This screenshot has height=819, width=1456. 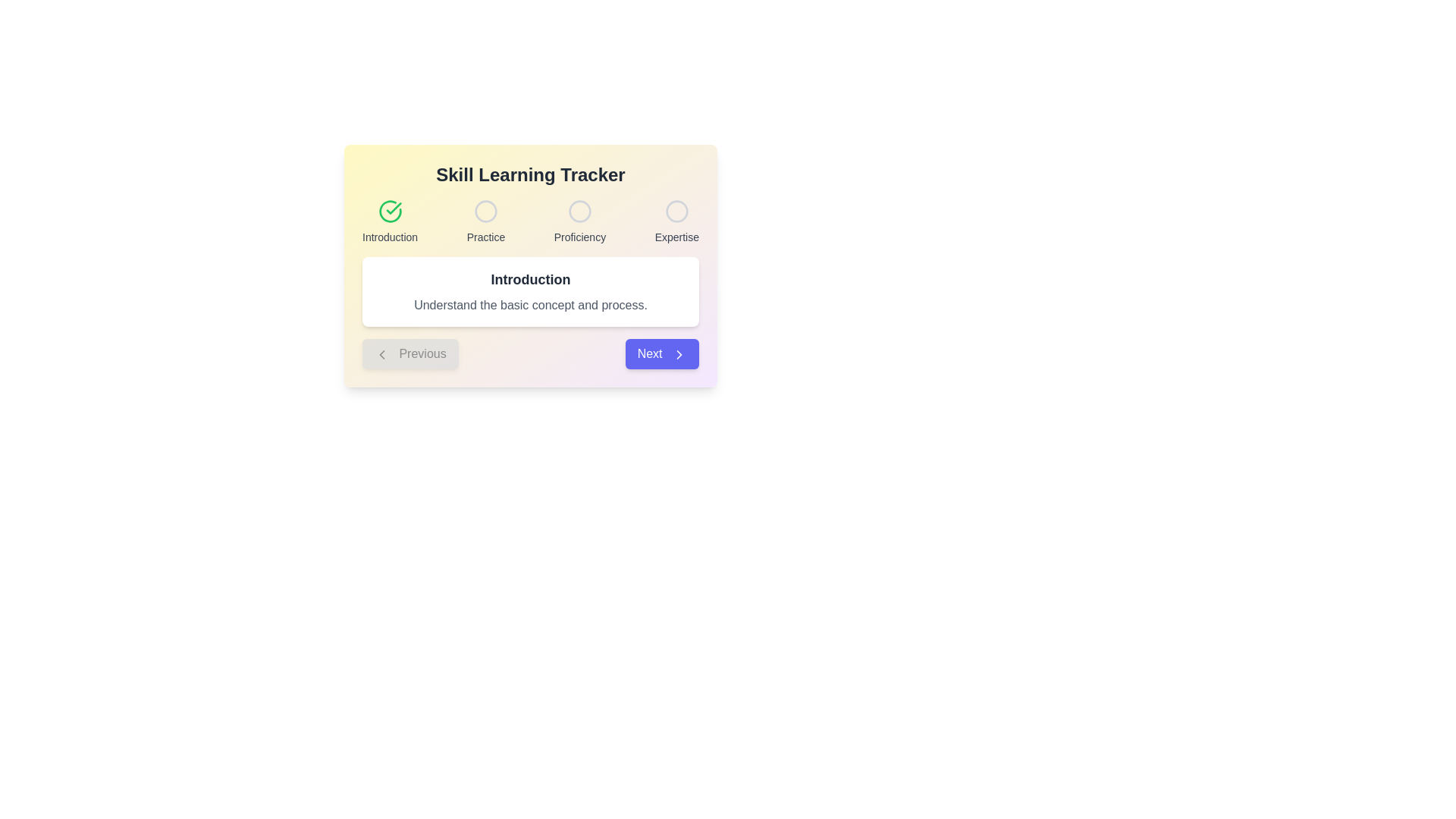 What do you see at coordinates (485, 211) in the screenshot?
I see `the second circular indicator in the Skill Learning Tracker, which represents the 'Practice' step in the sequence, to understand the progress within the tracker` at bounding box center [485, 211].